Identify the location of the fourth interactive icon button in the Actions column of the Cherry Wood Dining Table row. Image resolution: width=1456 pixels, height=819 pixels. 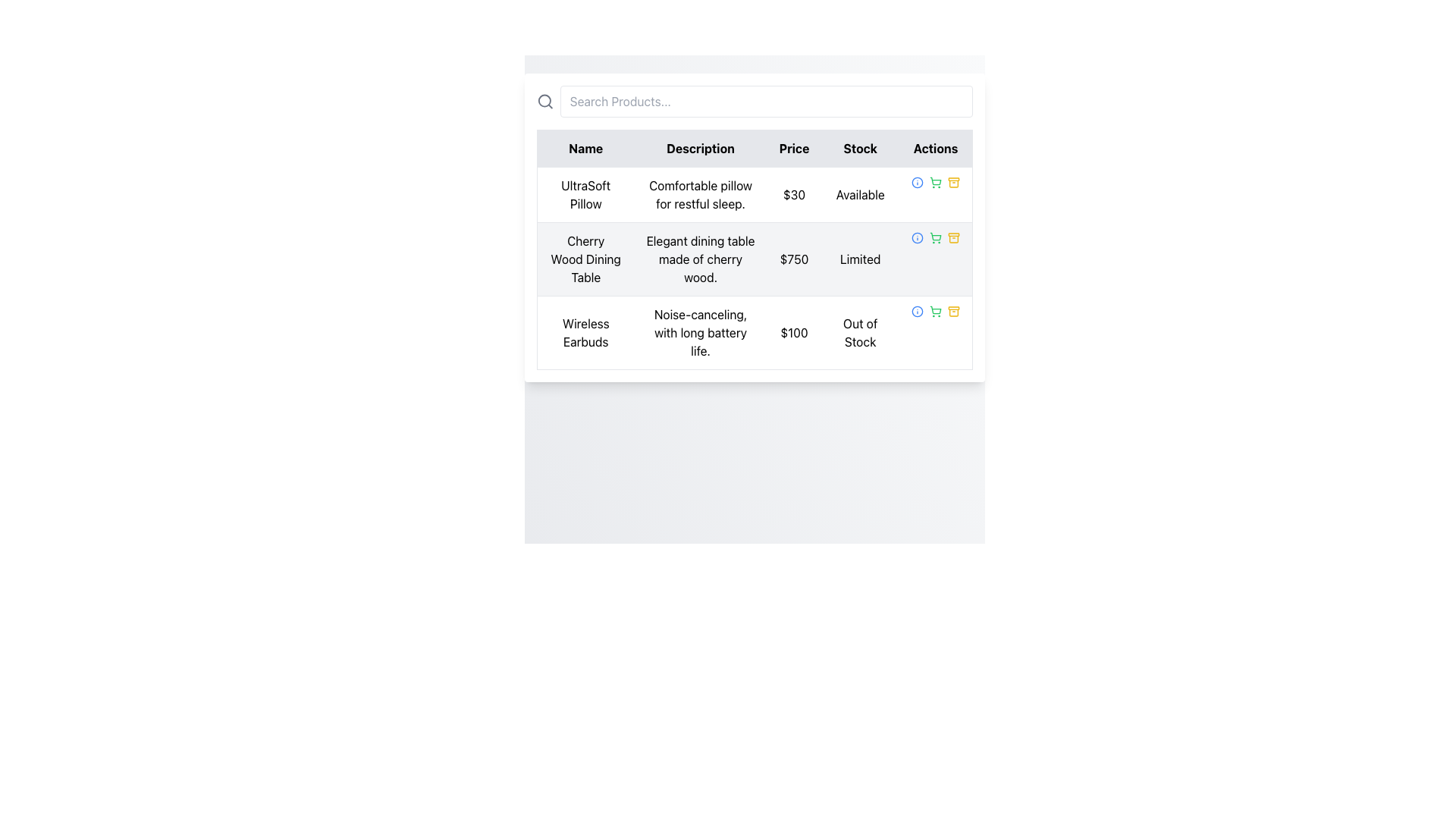
(952, 237).